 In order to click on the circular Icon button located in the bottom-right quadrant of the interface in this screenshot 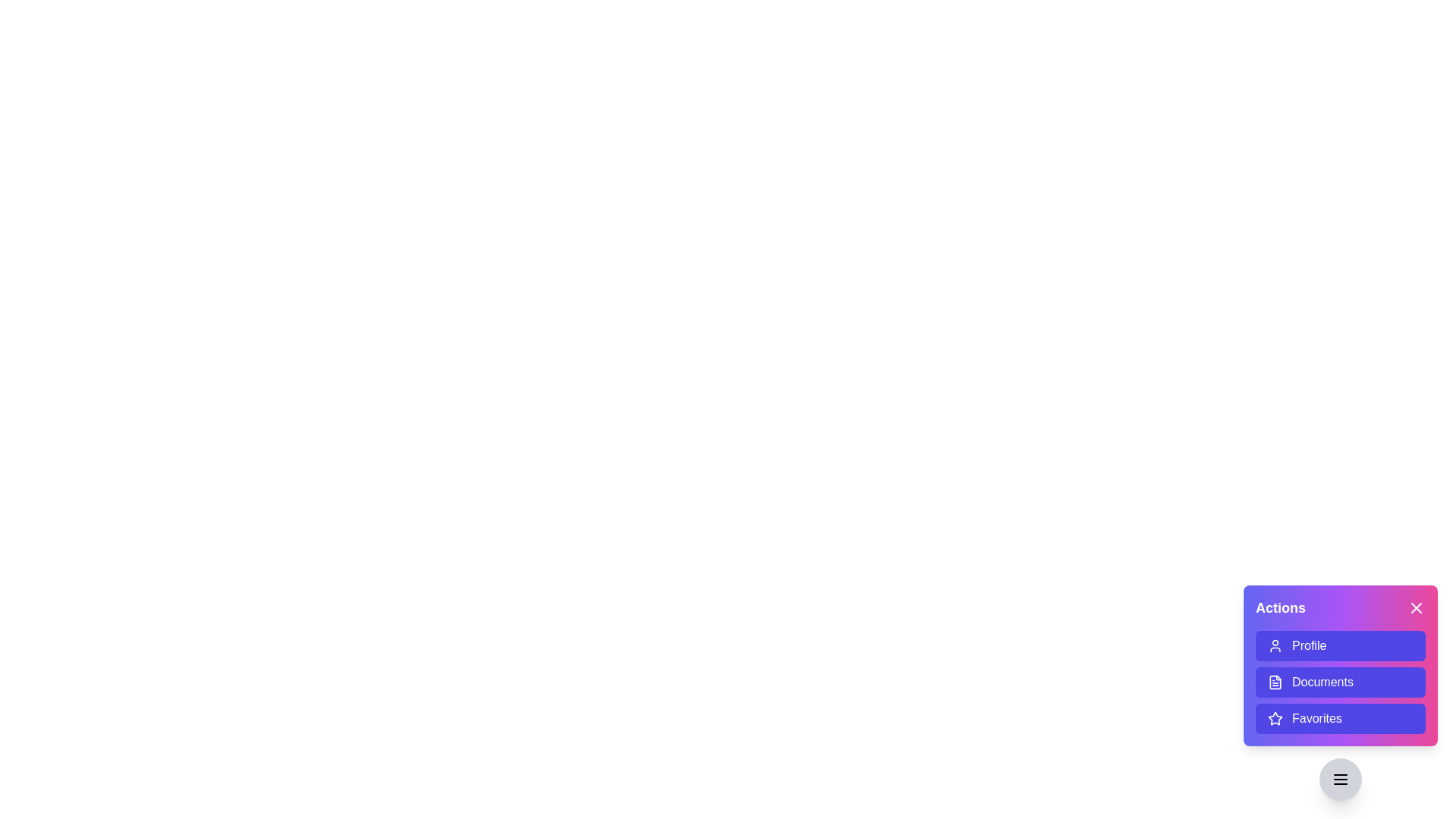, I will do `click(1340, 780)`.